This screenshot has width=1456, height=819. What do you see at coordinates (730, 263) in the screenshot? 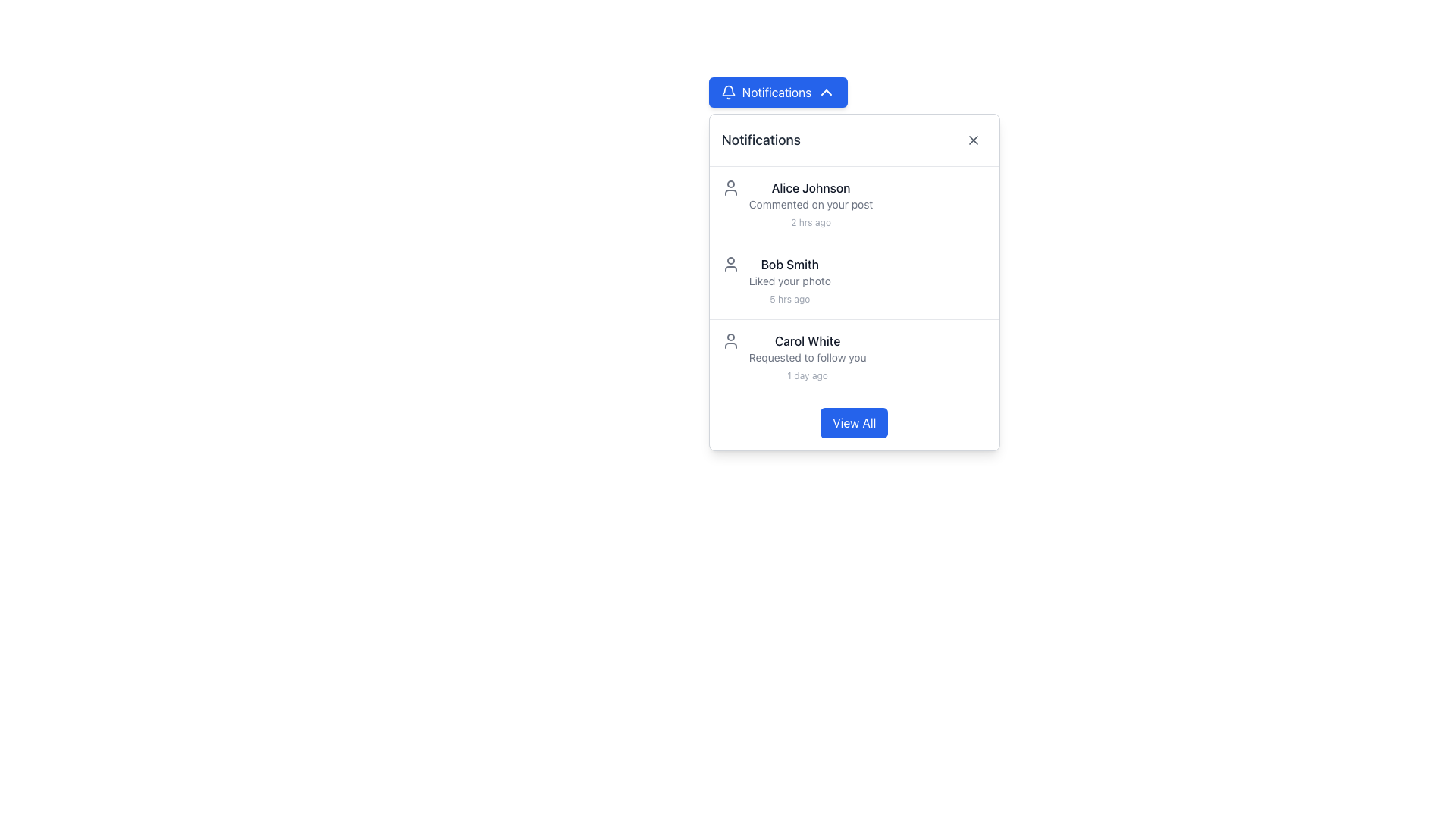
I see `the user icon representing 'Bob Smith' in the notification section titled 'Bob Smith Liked your photo.'` at bounding box center [730, 263].